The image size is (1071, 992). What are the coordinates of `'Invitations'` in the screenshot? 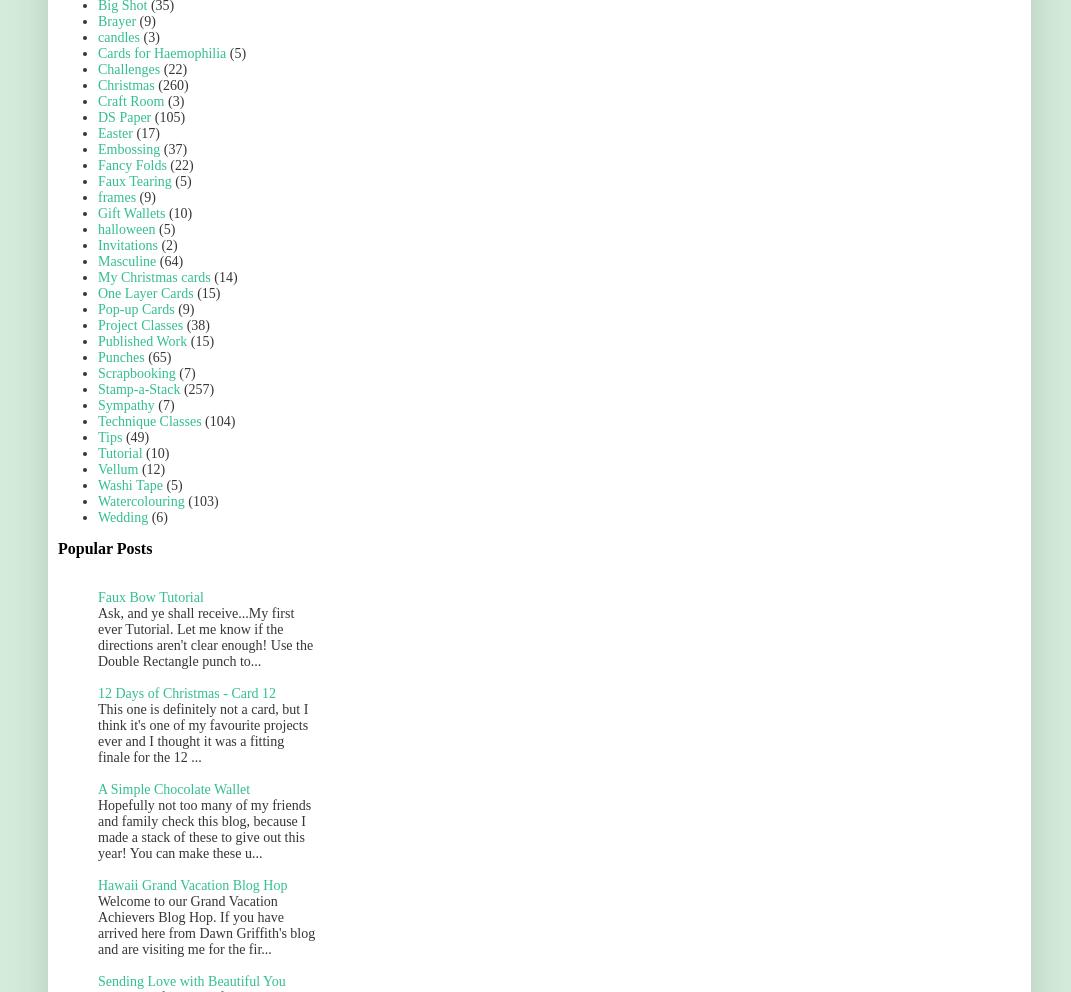 It's located at (97, 245).